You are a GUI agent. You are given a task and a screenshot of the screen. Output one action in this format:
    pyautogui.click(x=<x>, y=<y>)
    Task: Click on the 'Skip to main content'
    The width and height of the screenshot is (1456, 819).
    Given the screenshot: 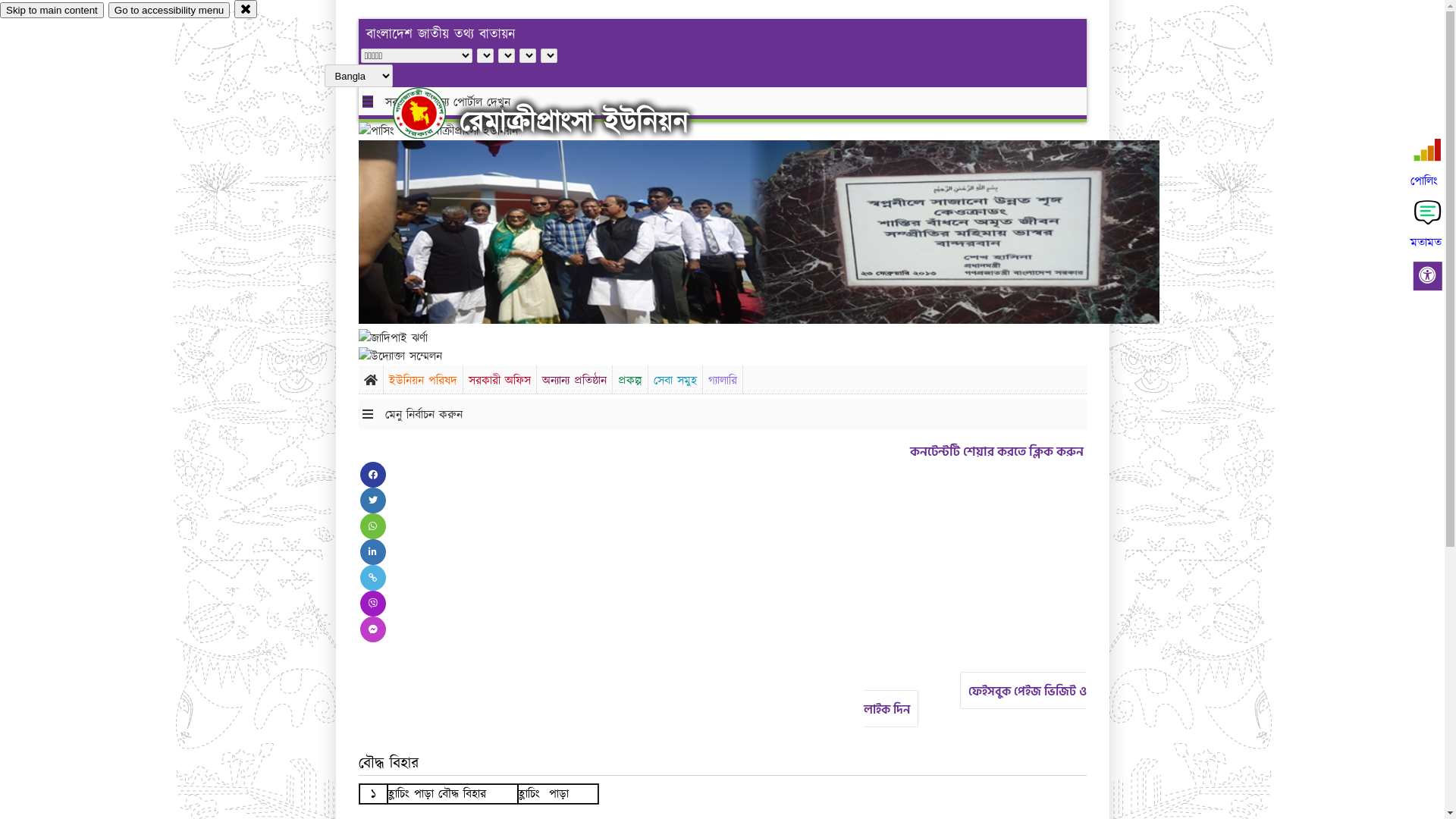 What is the action you would take?
    pyautogui.click(x=52, y=10)
    